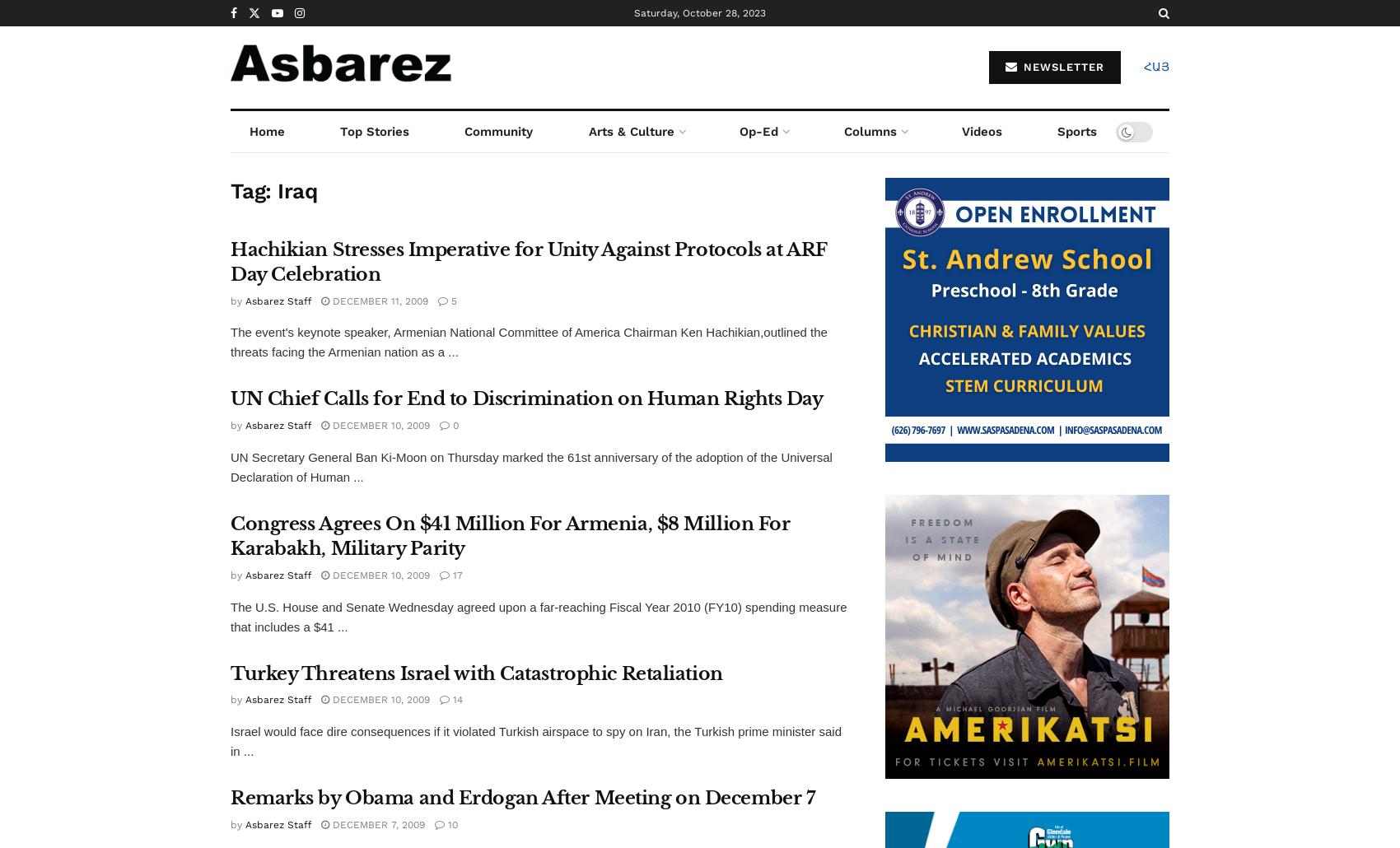 The height and width of the screenshot is (848, 1400). Describe the element at coordinates (530, 466) in the screenshot. I see `'UN Secretary General Ban Ki-Moon on Thursday marked the 61st anniversary of the adoption of the Universal Declaration of Human ...'` at that location.